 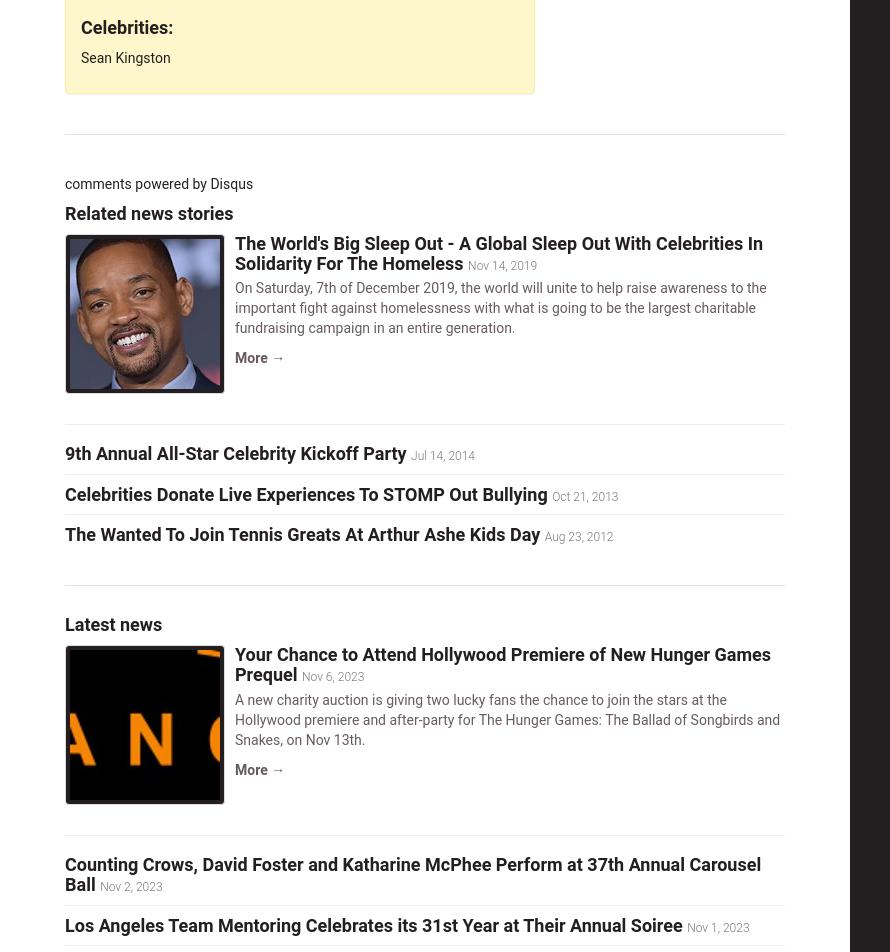 What do you see at coordinates (136, 184) in the screenshot?
I see `'comments powered by'` at bounding box center [136, 184].